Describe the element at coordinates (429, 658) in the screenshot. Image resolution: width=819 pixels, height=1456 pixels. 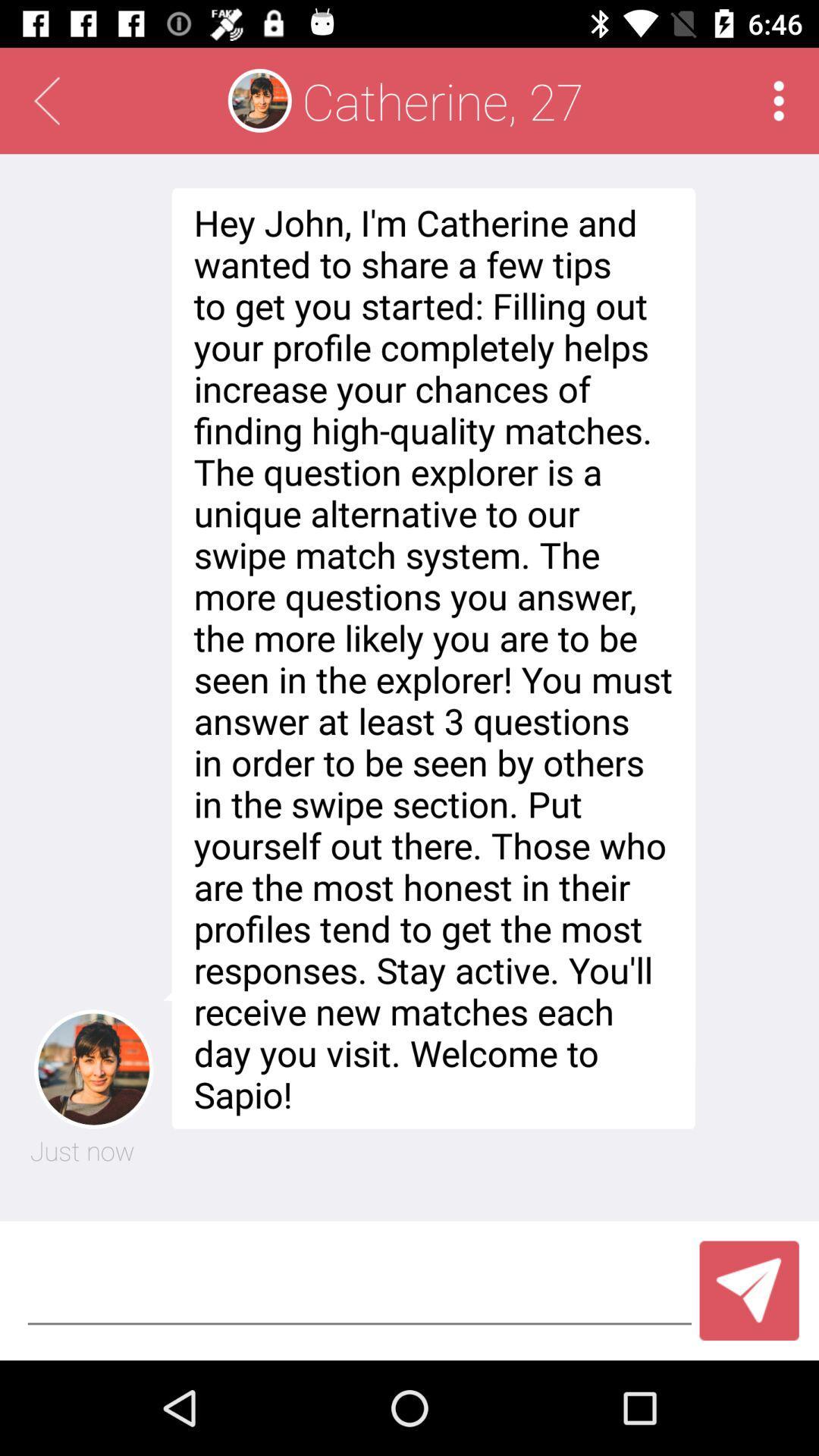
I see `icon below the catherine, 27 icon` at that location.